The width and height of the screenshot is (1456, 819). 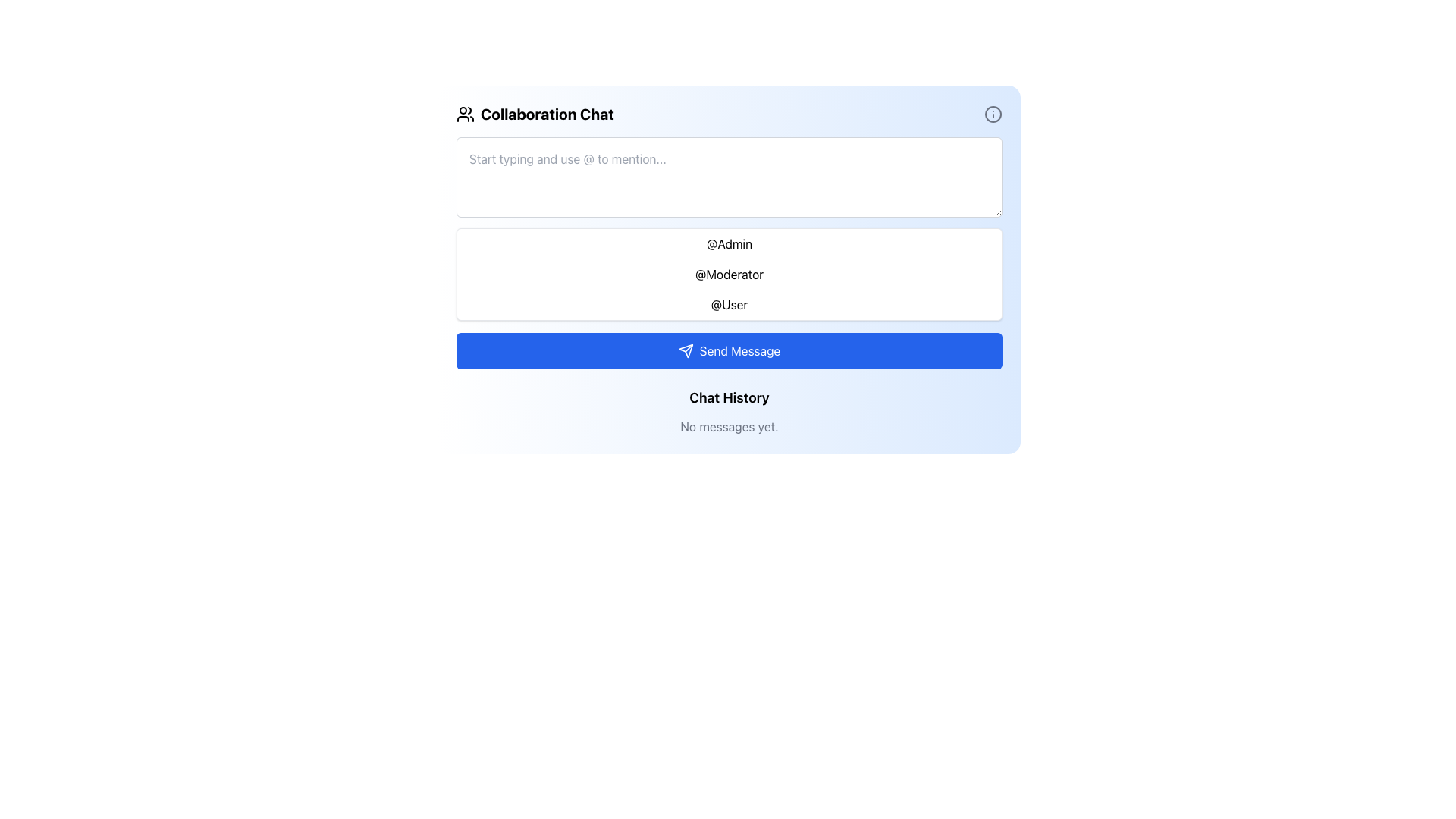 I want to click on the Informational icon in the top-right corner of the 'Collaboration Chat' header, so click(x=993, y=113).